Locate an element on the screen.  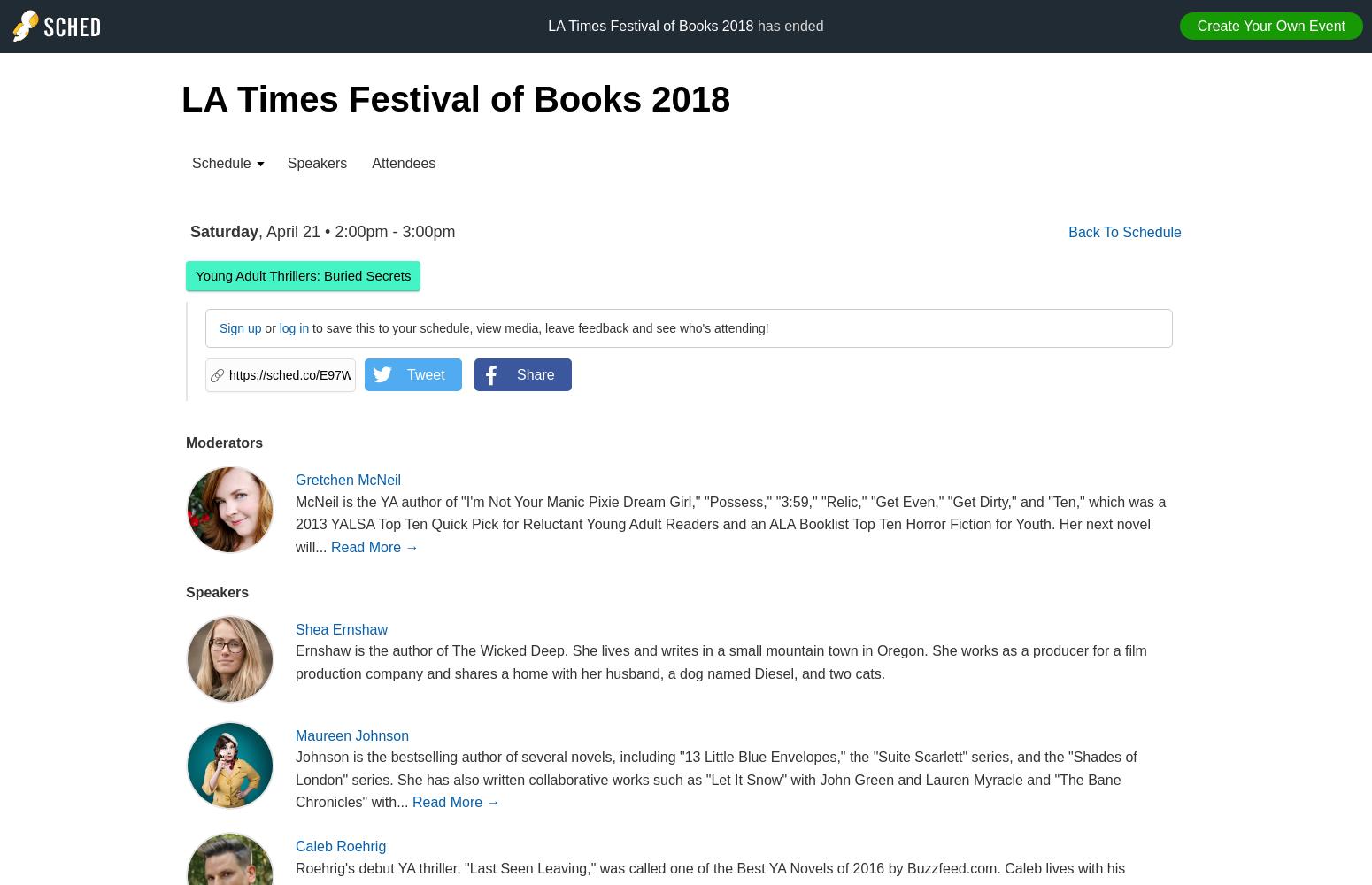
'Schedule' is located at coordinates (221, 163).